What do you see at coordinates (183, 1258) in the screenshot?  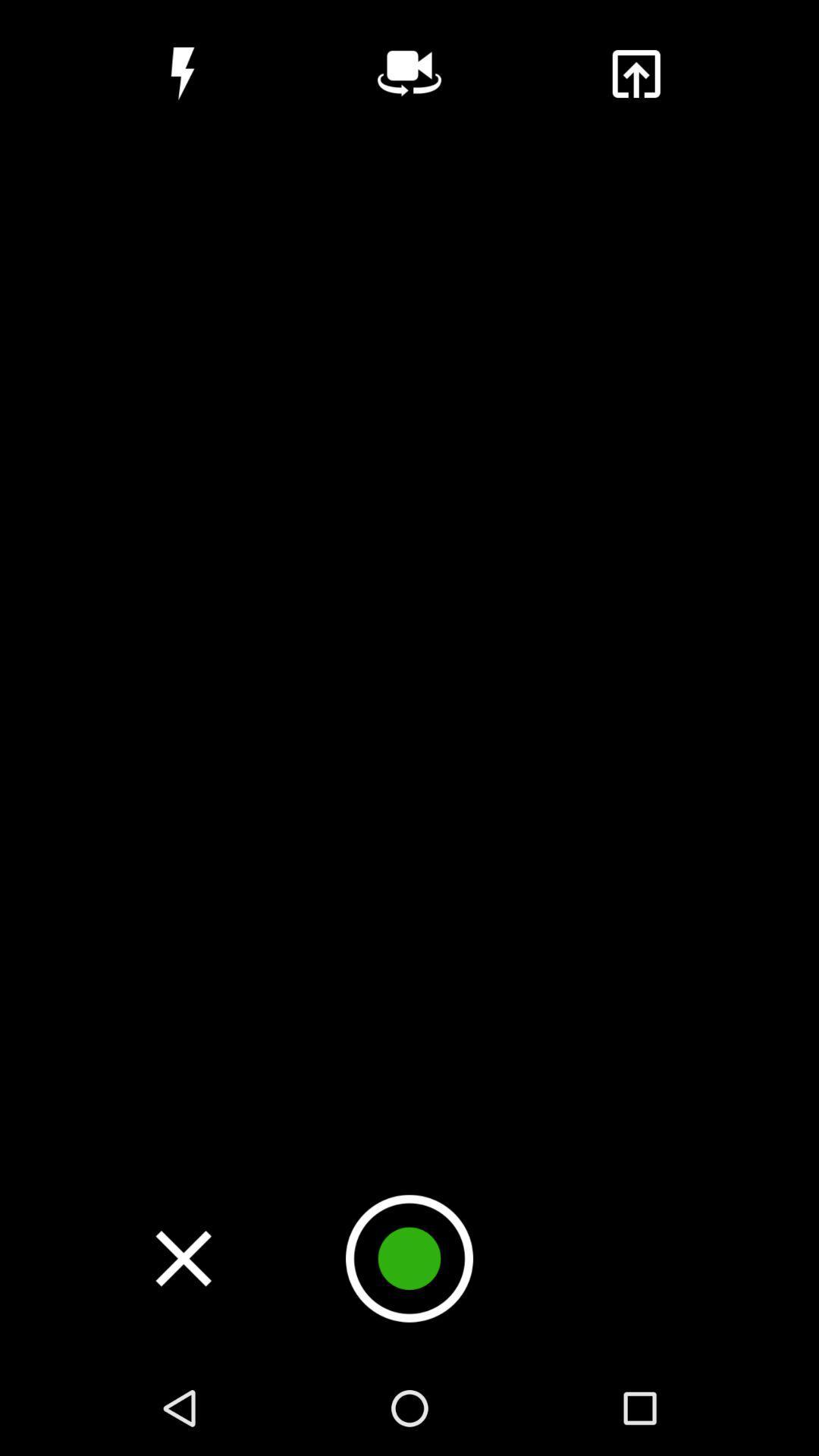 I see `the close icon` at bounding box center [183, 1258].